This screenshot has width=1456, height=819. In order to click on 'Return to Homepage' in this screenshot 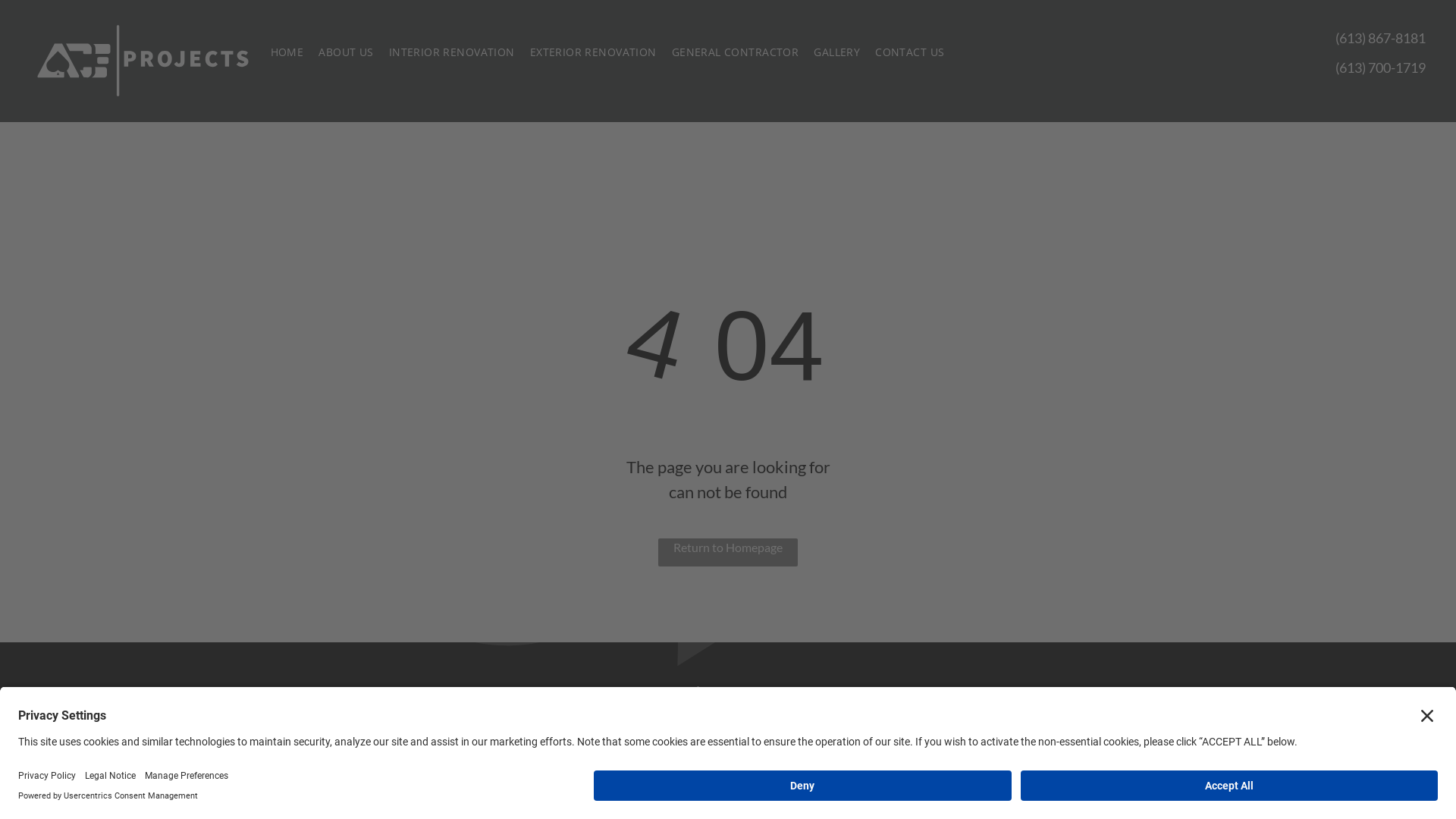, I will do `click(658, 552)`.